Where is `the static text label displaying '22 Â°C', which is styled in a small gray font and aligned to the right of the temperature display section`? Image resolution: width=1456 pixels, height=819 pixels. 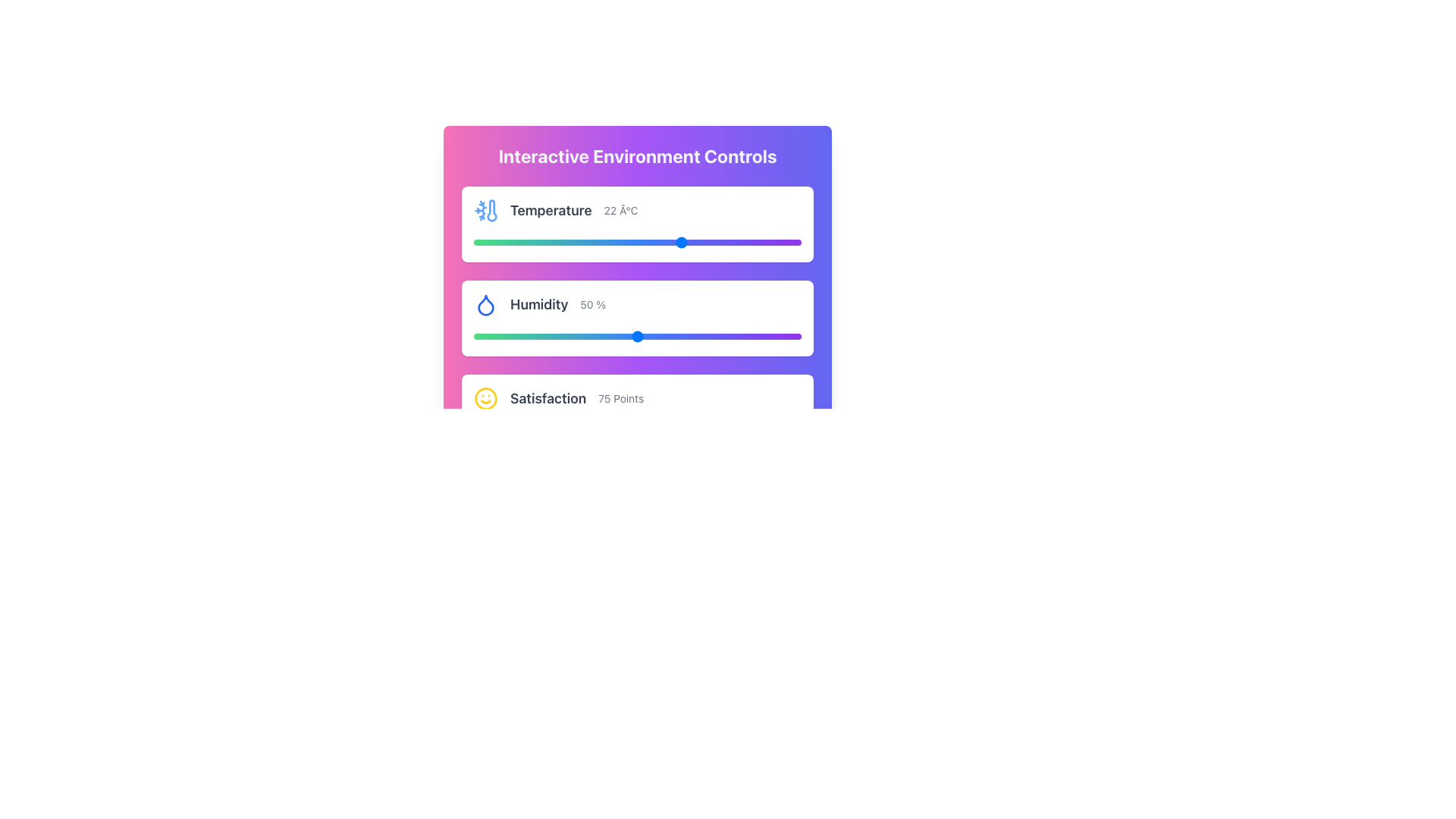
the static text label displaying '22 Â°C', which is styled in a small gray font and aligned to the right of the temperature display section is located at coordinates (621, 210).